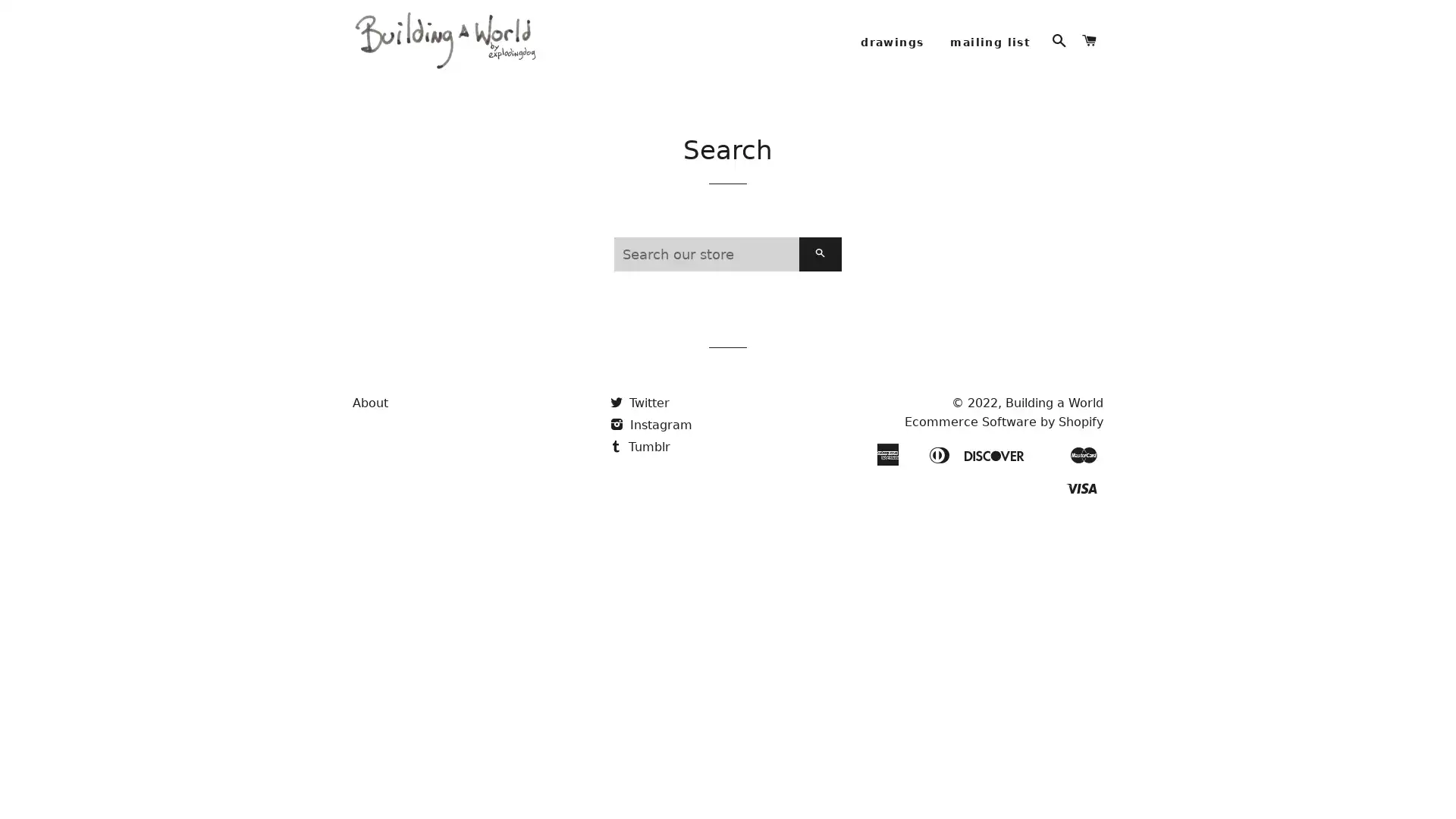 Image resolution: width=1456 pixels, height=819 pixels. What do you see at coordinates (819, 274) in the screenshot?
I see `Search` at bounding box center [819, 274].